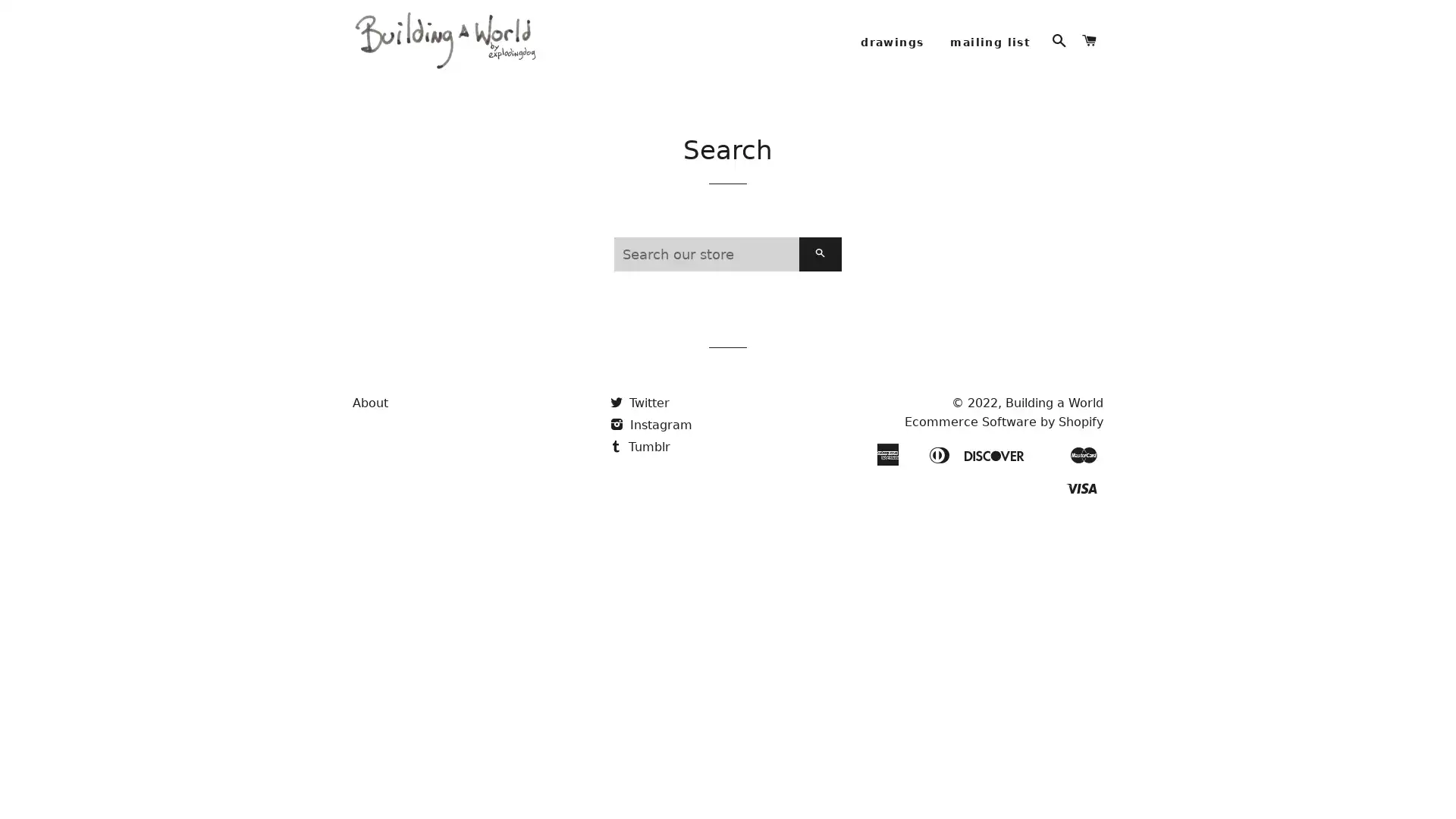 Image resolution: width=1456 pixels, height=819 pixels. What do you see at coordinates (819, 274) in the screenshot?
I see `Search` at bounding box center [819, 274].